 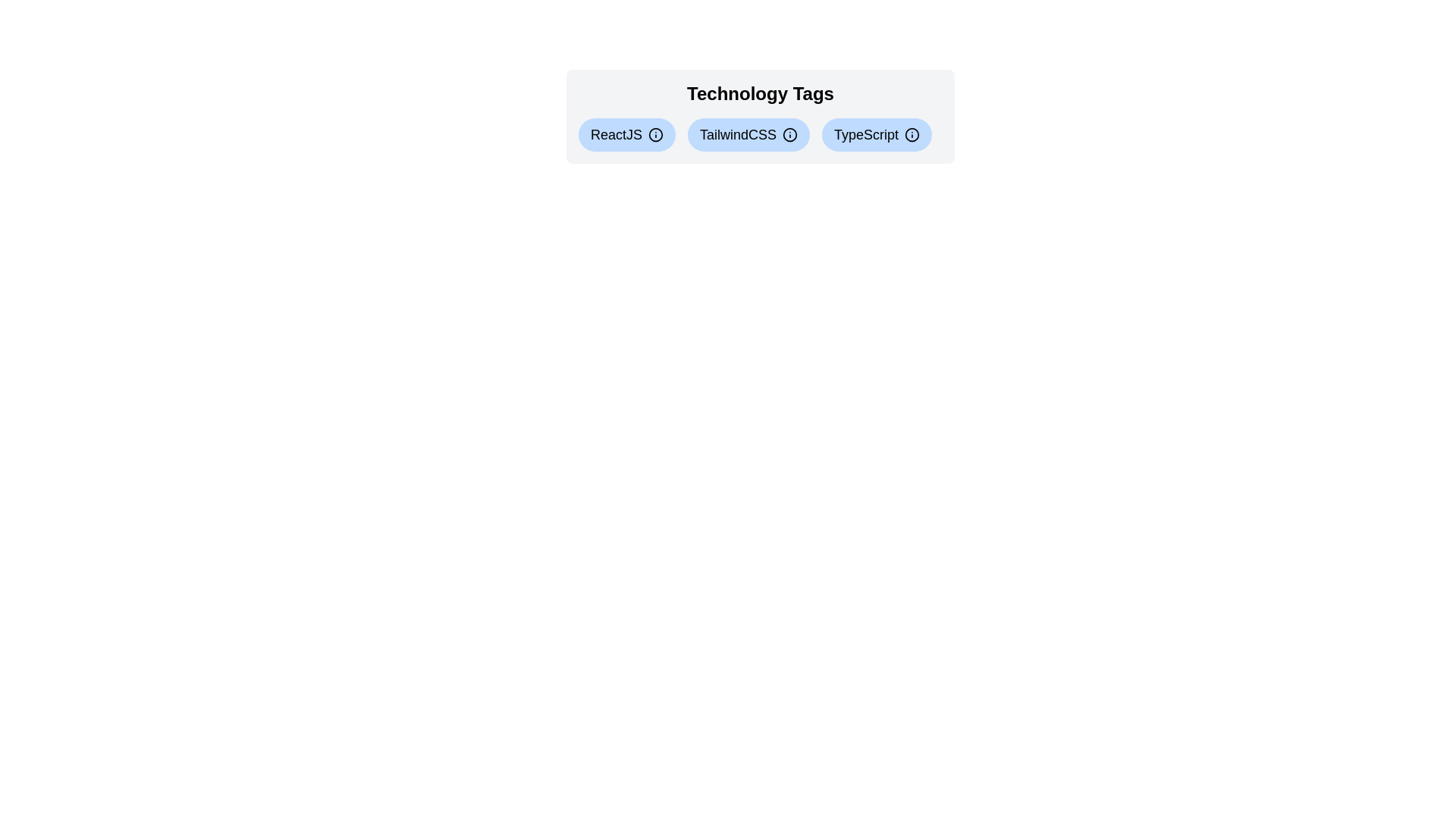 I want to click on the tag labeled TailwindCSS, so click(x=748, y=133).